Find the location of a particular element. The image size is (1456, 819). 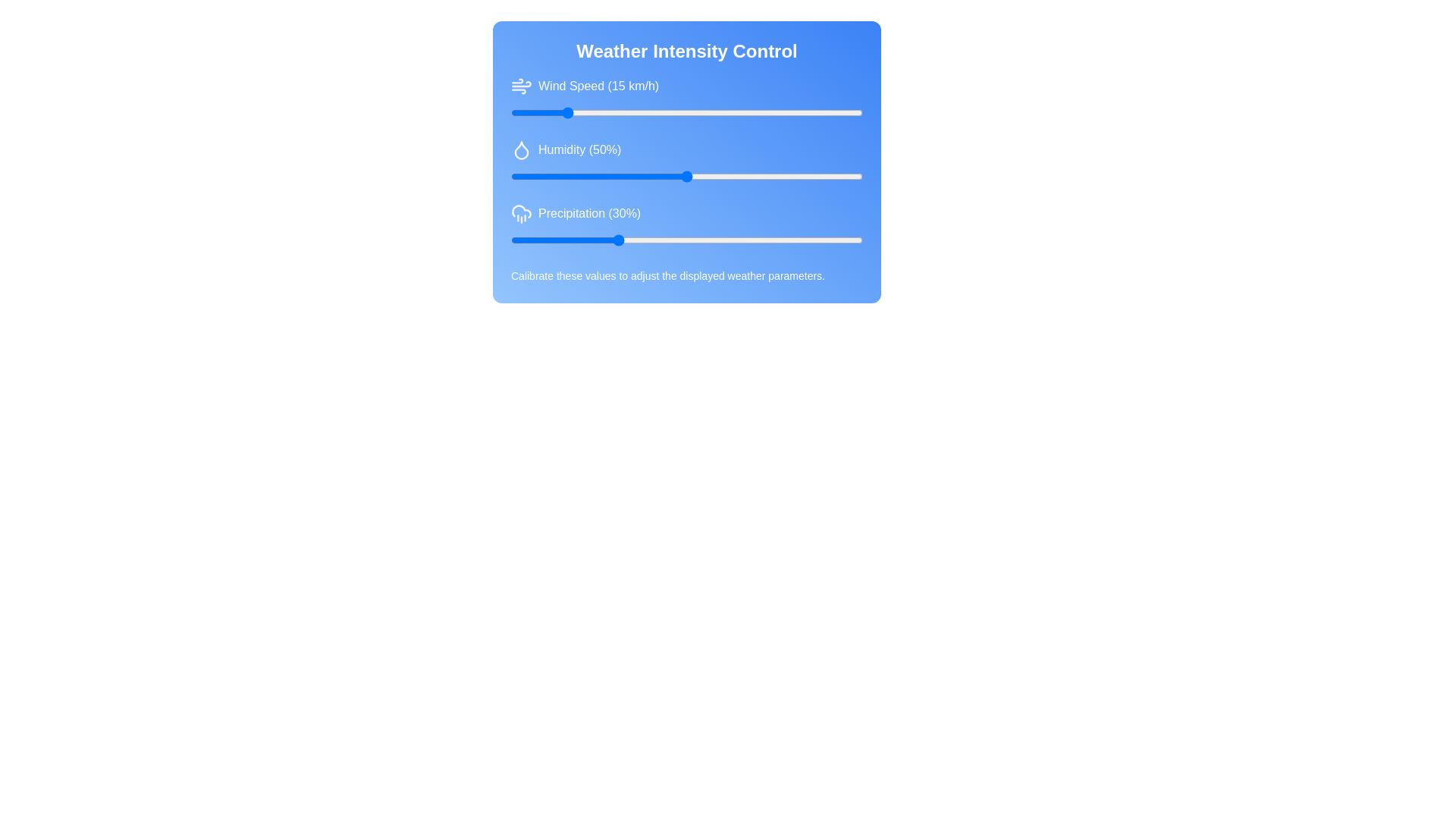

and drag the 'Wind Speed' slider located below the 'Wind Speed (15 km/h)' label to adjust the value is located at coordinates (686, 112).